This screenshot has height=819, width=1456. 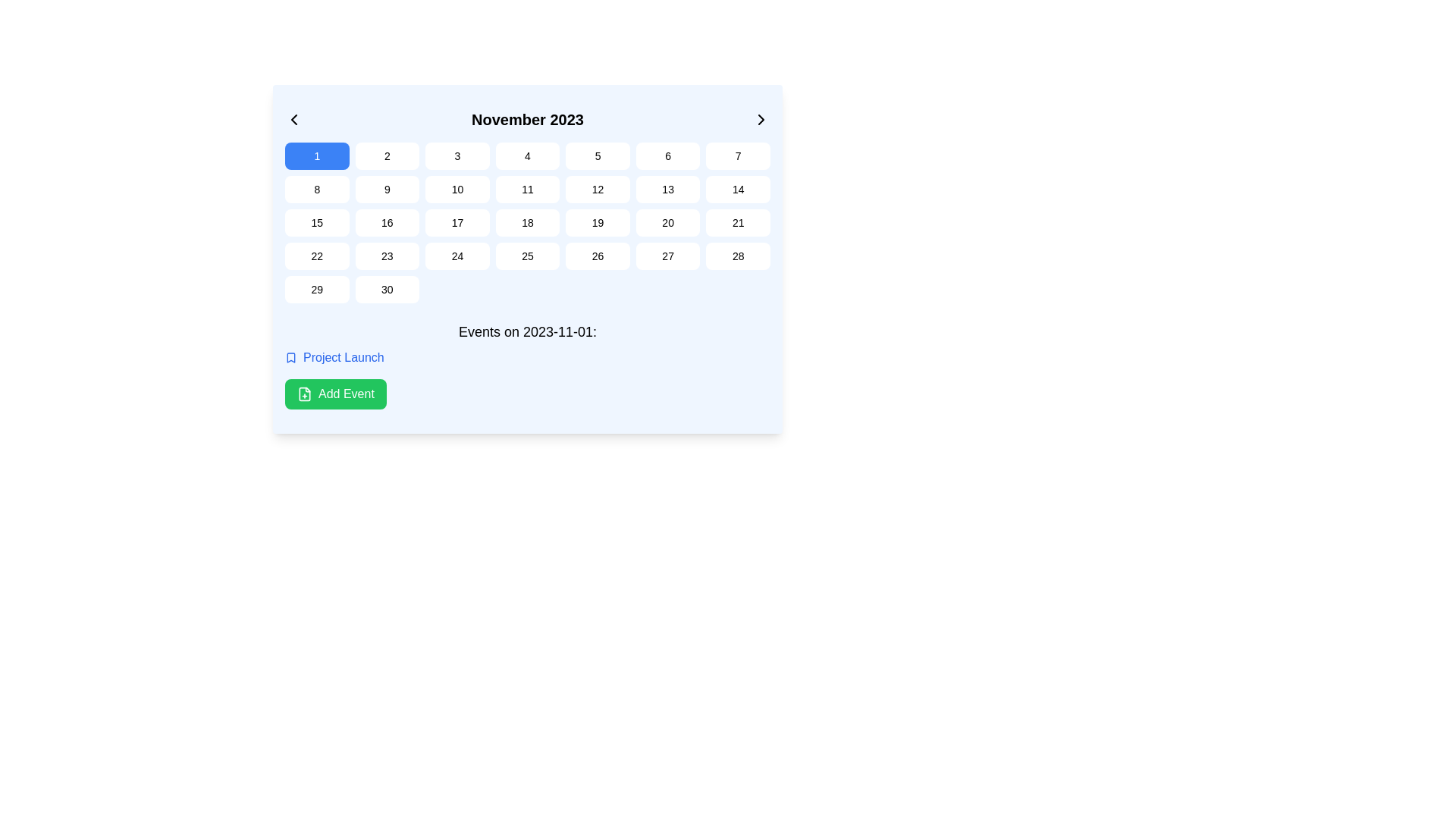 I want to click on the selectable date button for the date '21' located in the third row and seventh column of the calendar grid, so click(x=738, y=222).